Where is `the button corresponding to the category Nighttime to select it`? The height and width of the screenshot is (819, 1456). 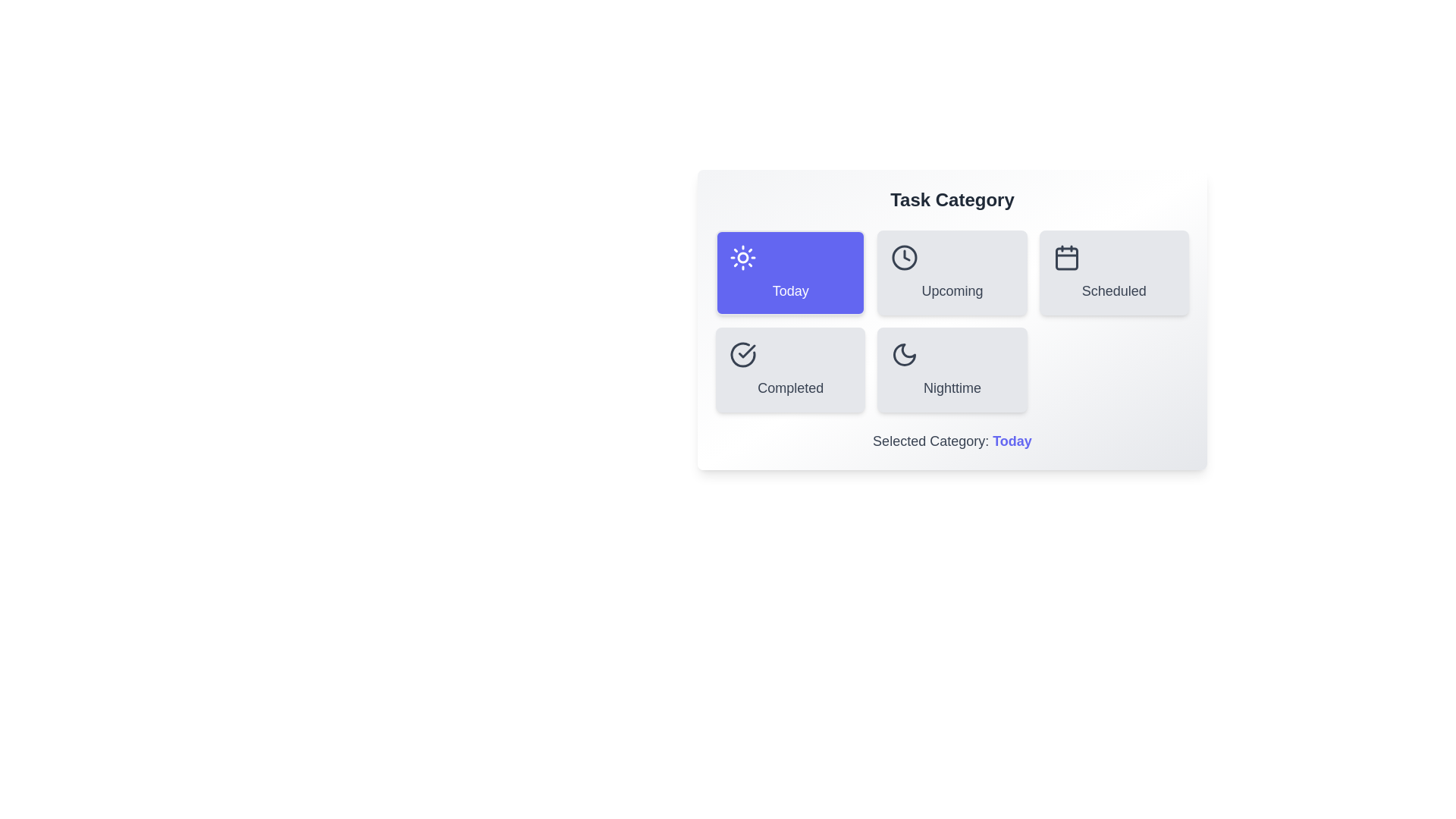 the button corresponding to the category Nighttime to select it is located at coordinates (952, 370).